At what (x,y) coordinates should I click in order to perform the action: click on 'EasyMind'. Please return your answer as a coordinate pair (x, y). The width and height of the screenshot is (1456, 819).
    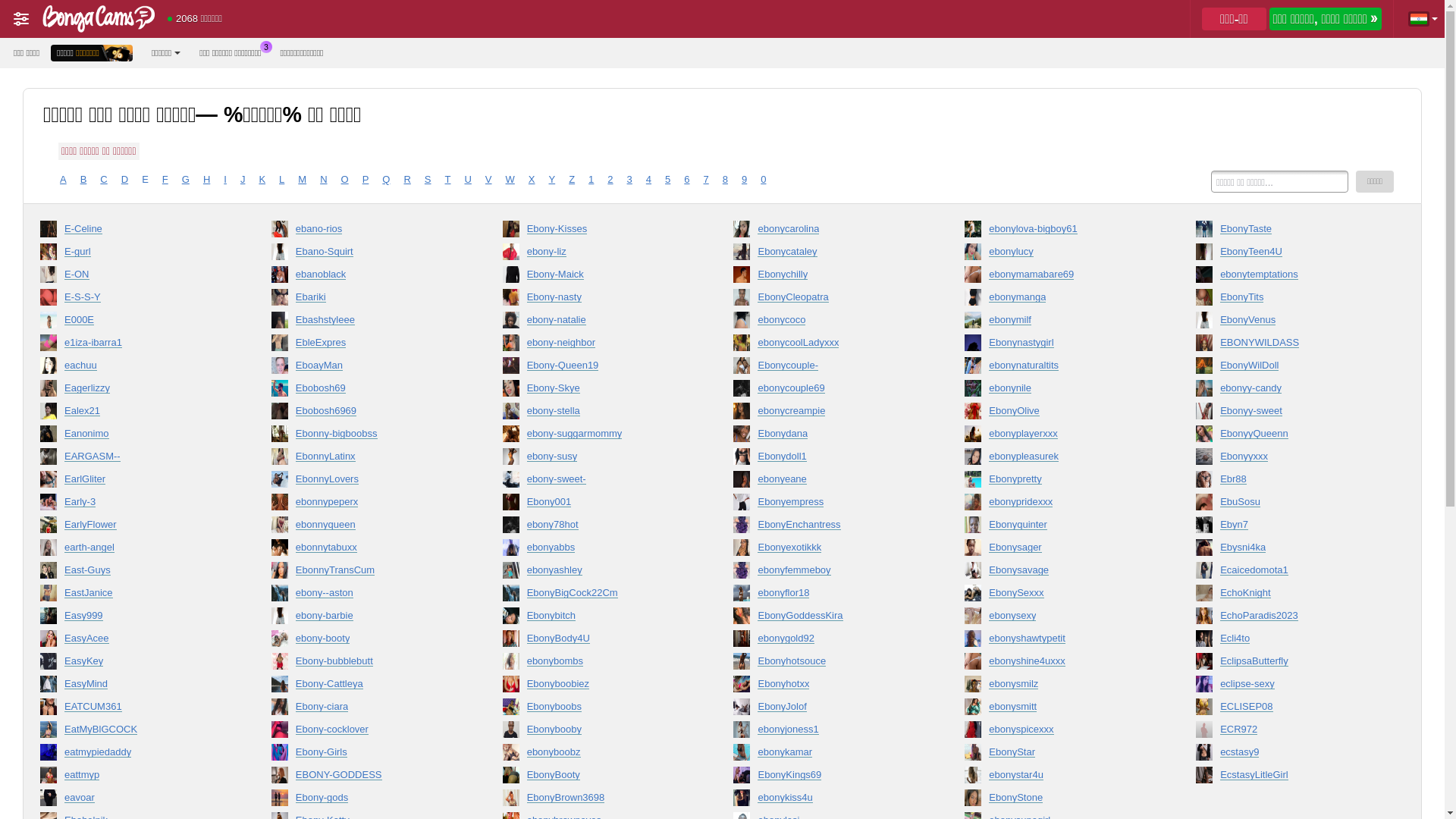
    Looking at the image, I should click on (134, 687).